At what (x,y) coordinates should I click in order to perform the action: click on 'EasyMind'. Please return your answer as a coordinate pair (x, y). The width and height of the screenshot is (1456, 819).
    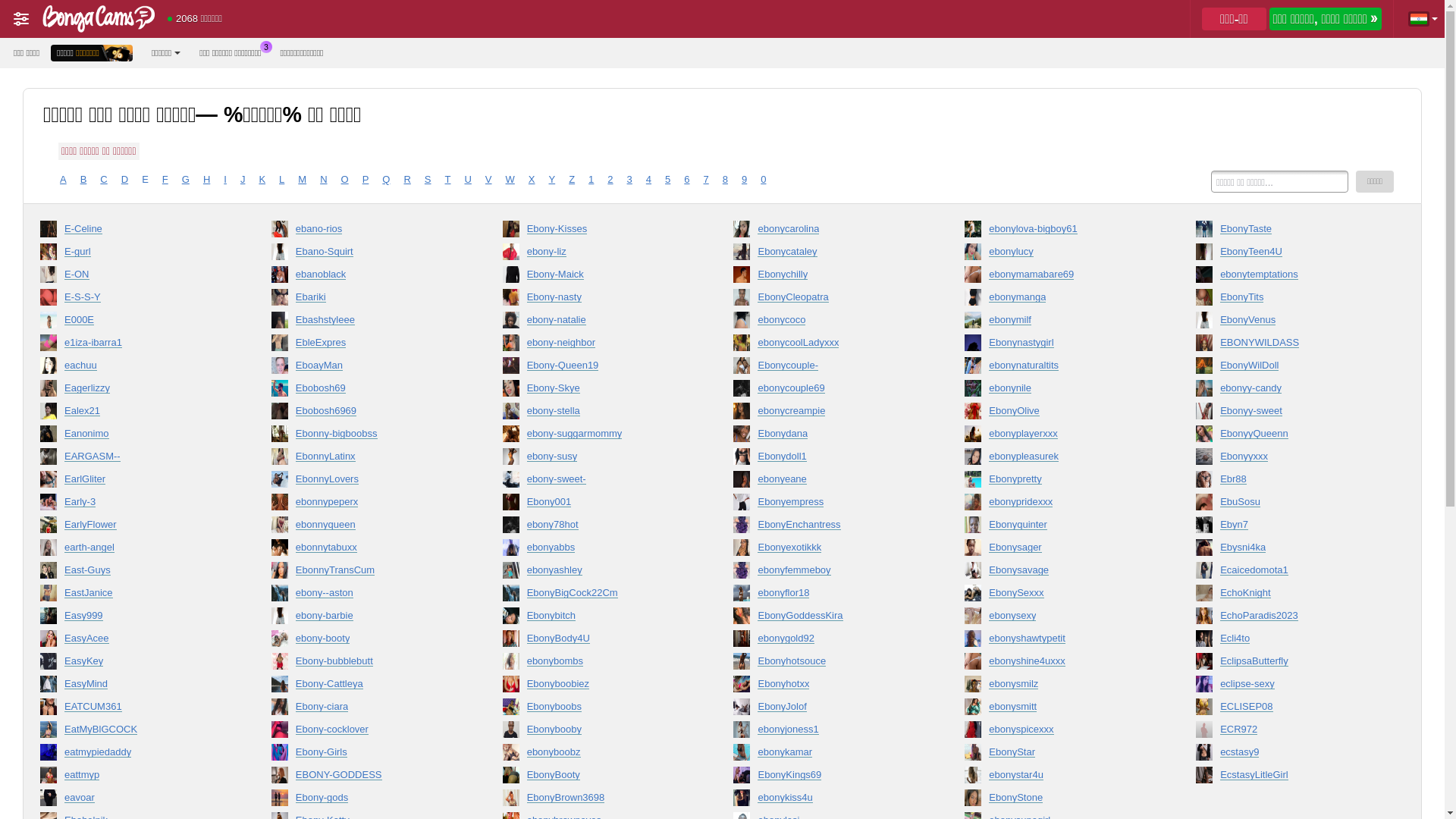
    Looking at the image, I should click on (134, 687).